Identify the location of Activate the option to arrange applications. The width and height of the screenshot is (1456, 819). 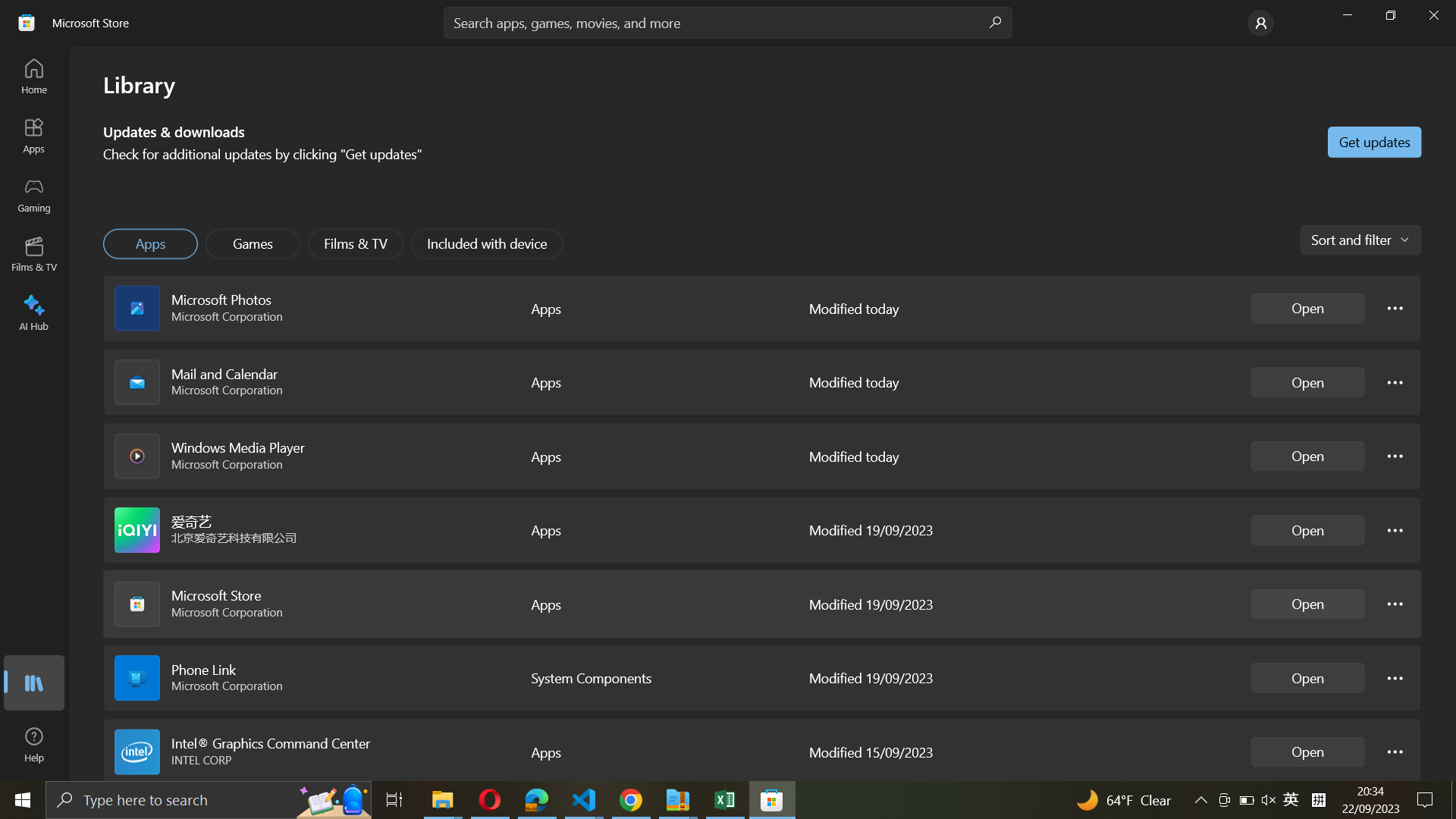
(1359, 239).